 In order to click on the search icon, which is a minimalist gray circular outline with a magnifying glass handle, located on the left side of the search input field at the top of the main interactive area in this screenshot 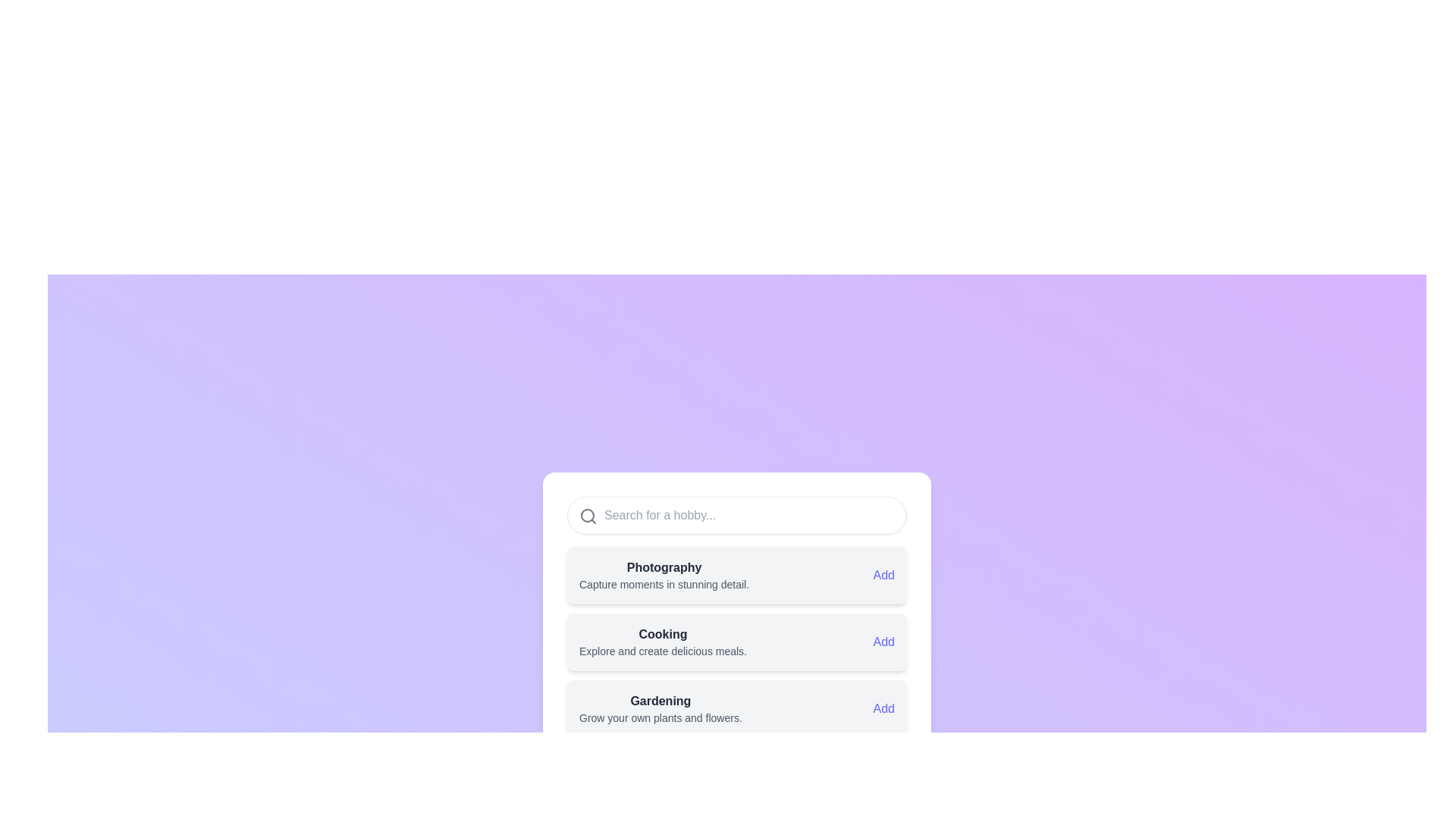, I will do `click(588, 516)`.